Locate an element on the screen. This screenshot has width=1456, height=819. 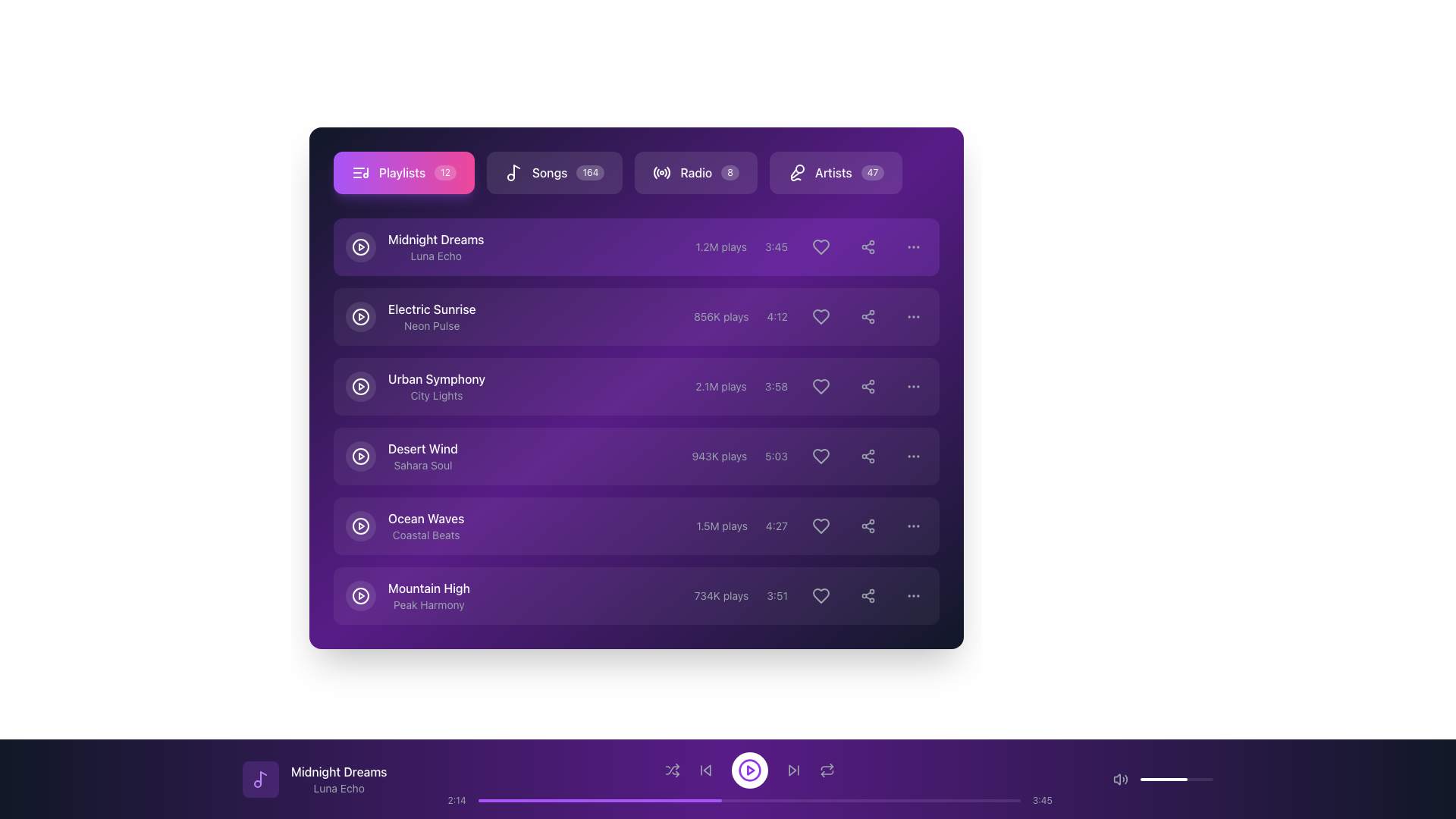
the circular play button with a white triangular play symbol, located to the left of the 'Midnight Dreams' playlist entry is located at coordinates (359, 246).